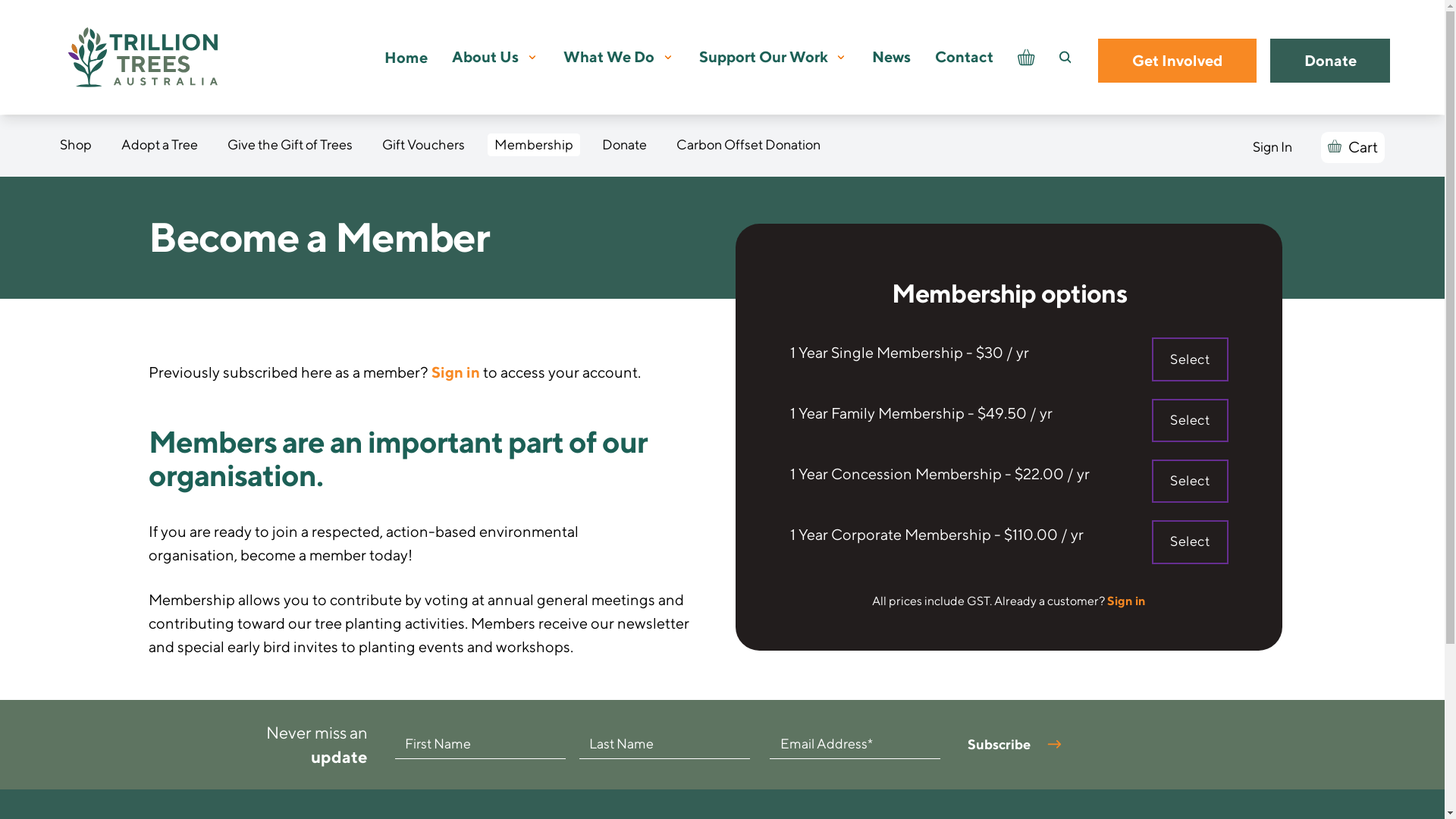 The width and height of the screenshot is (1456, 819). Describe the element at coordinates (423, 145) in the screenshot. I see `'Gift Vouchers'` at that location.